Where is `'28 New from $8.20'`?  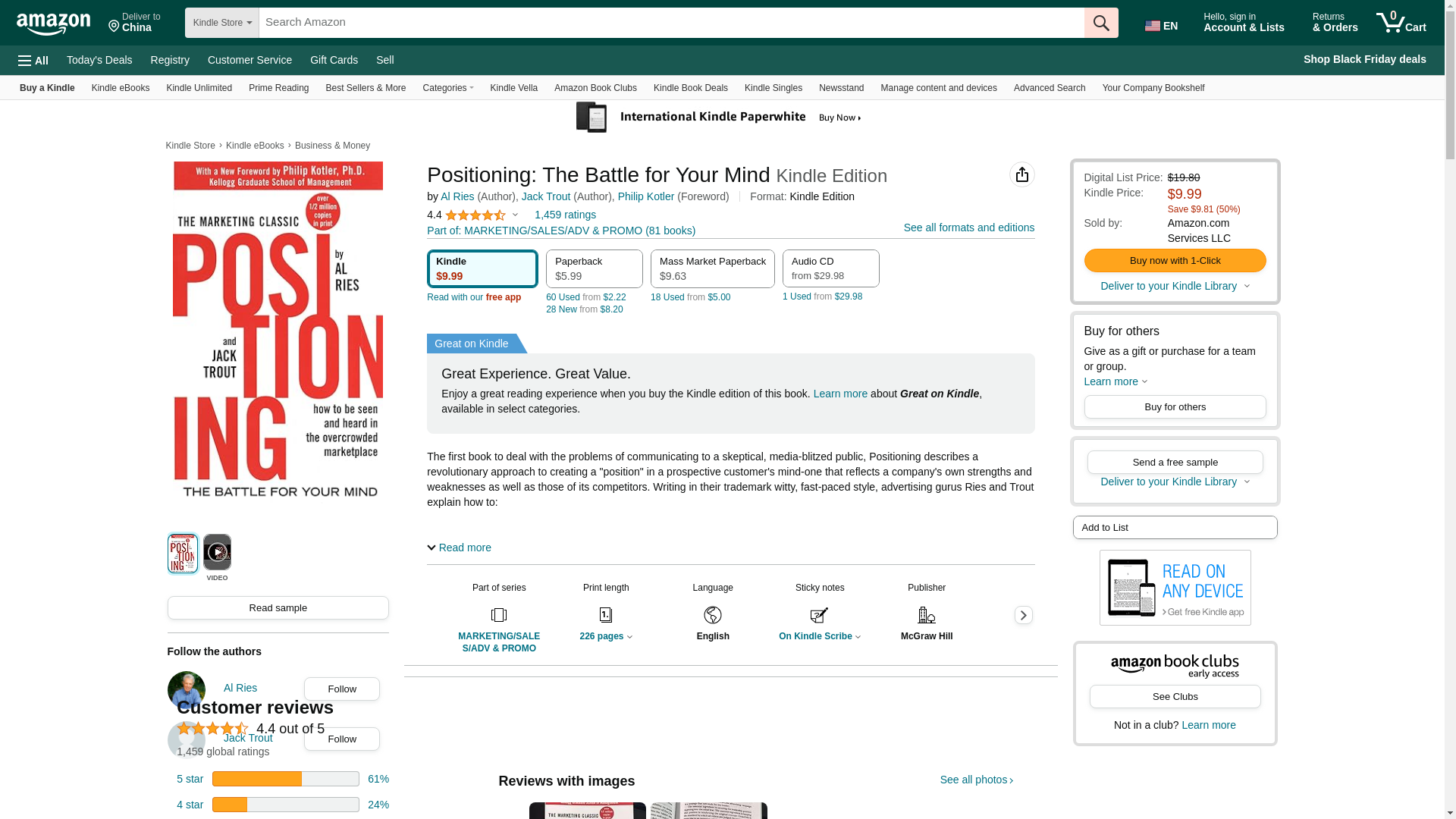 '28 New from $8.20' is located at coordinates (546, 309).